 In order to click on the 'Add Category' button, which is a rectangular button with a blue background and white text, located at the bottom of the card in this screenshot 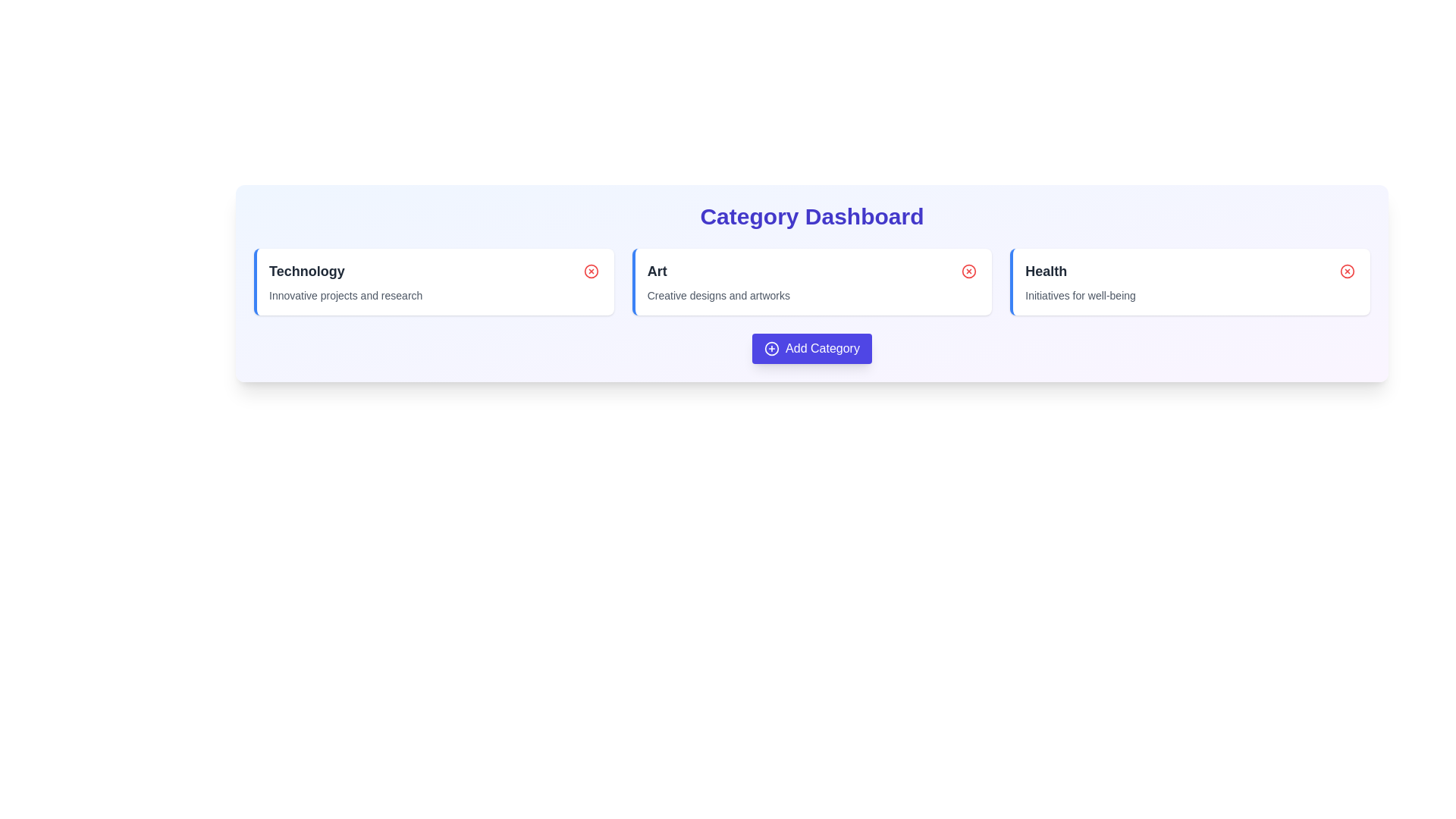, I will do `click(811, 348)`.